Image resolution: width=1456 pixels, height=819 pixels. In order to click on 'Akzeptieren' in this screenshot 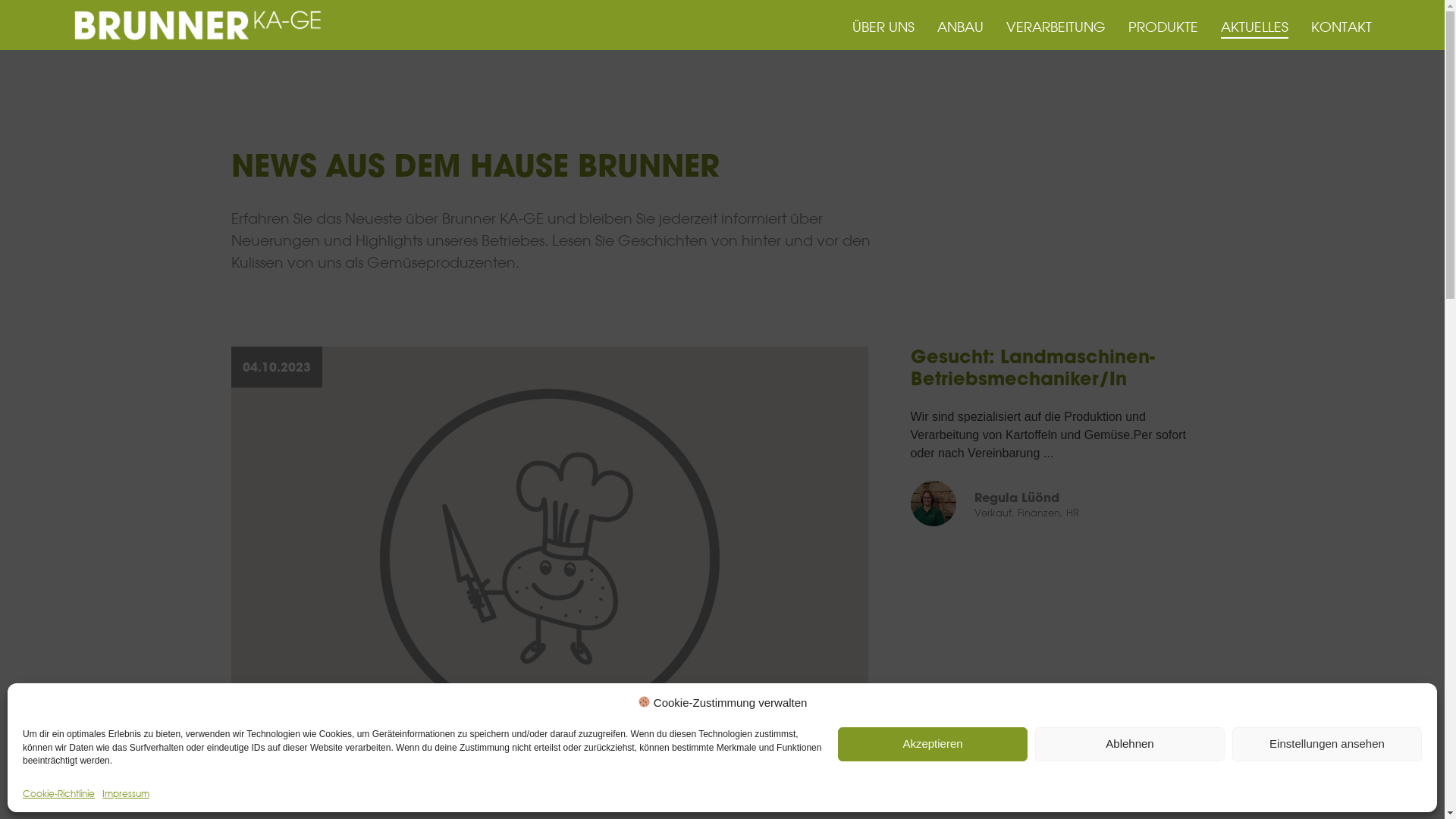, I will do `click(931, 742)`.